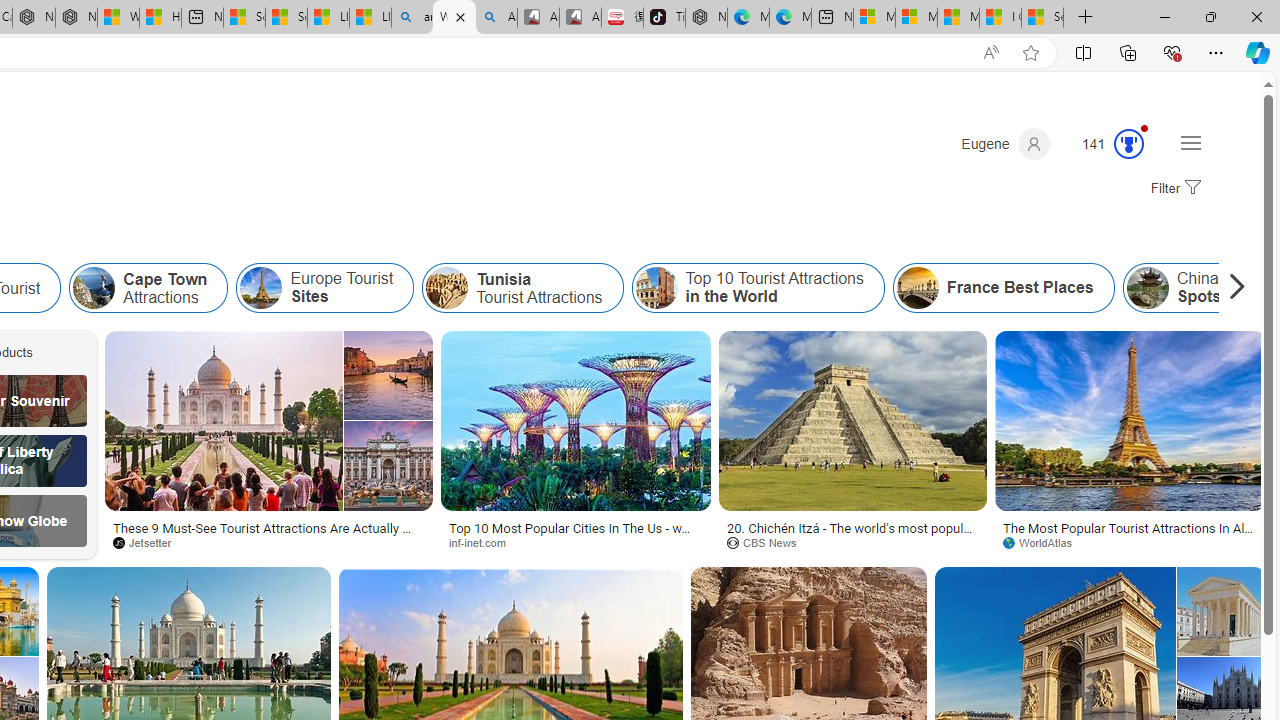  I want to click on 'Cape Town Attractions', so click(93, 288).